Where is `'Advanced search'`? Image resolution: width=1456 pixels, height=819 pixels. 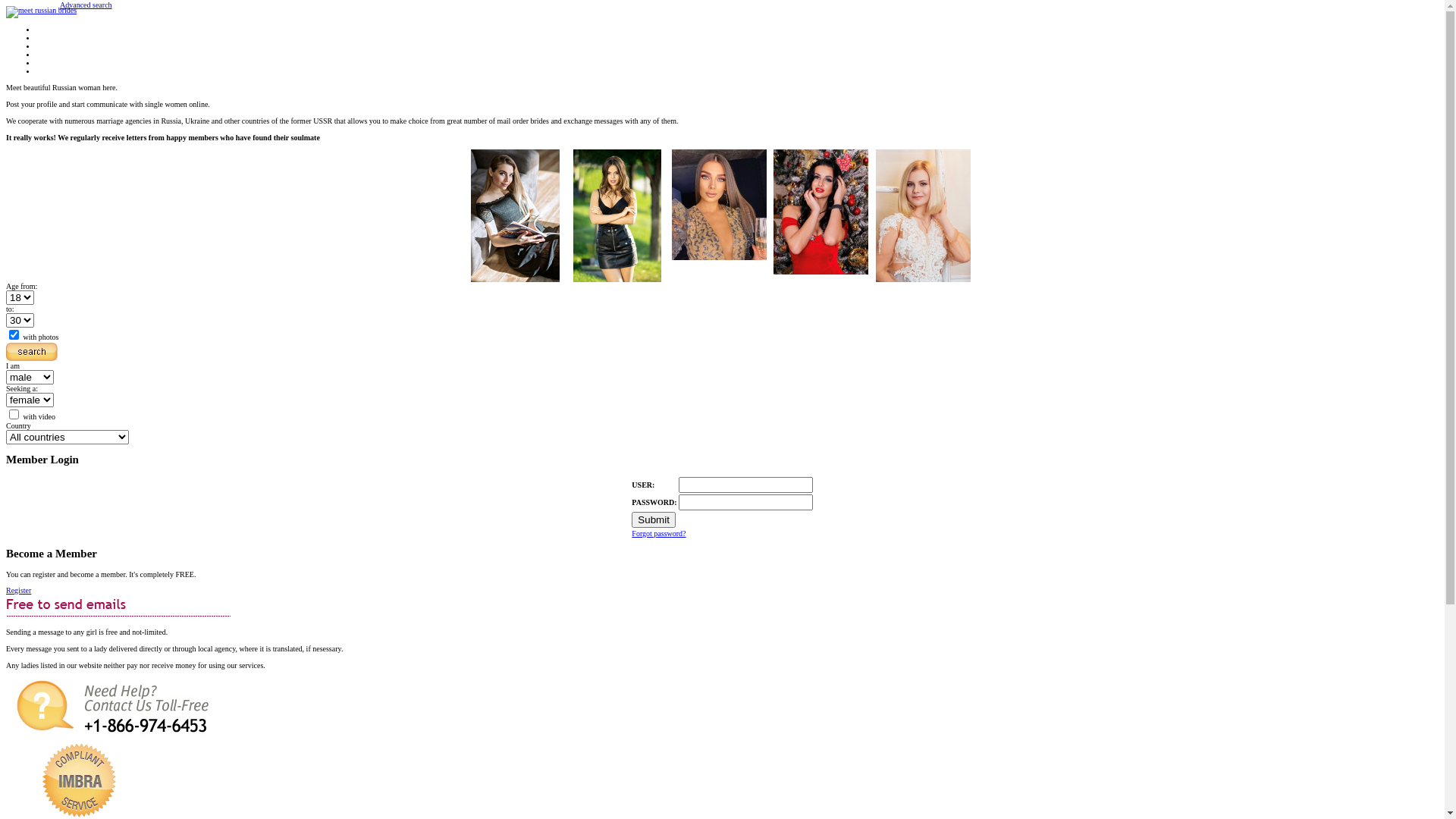
'Advanced search' is located at coordinates (85, 5).